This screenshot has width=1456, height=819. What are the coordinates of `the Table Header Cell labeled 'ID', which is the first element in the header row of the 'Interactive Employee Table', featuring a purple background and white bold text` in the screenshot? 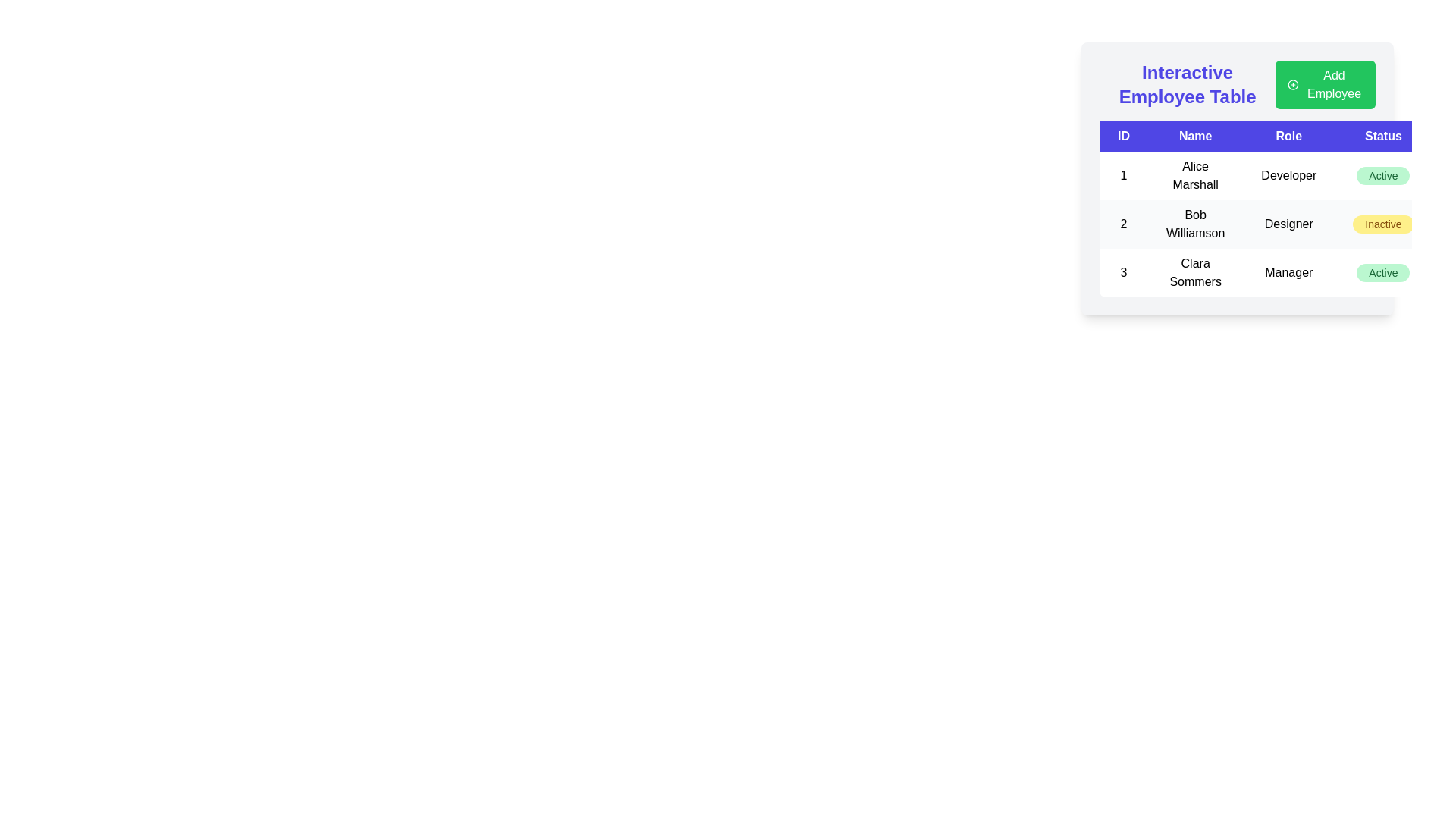 It's located at (1124, 136).